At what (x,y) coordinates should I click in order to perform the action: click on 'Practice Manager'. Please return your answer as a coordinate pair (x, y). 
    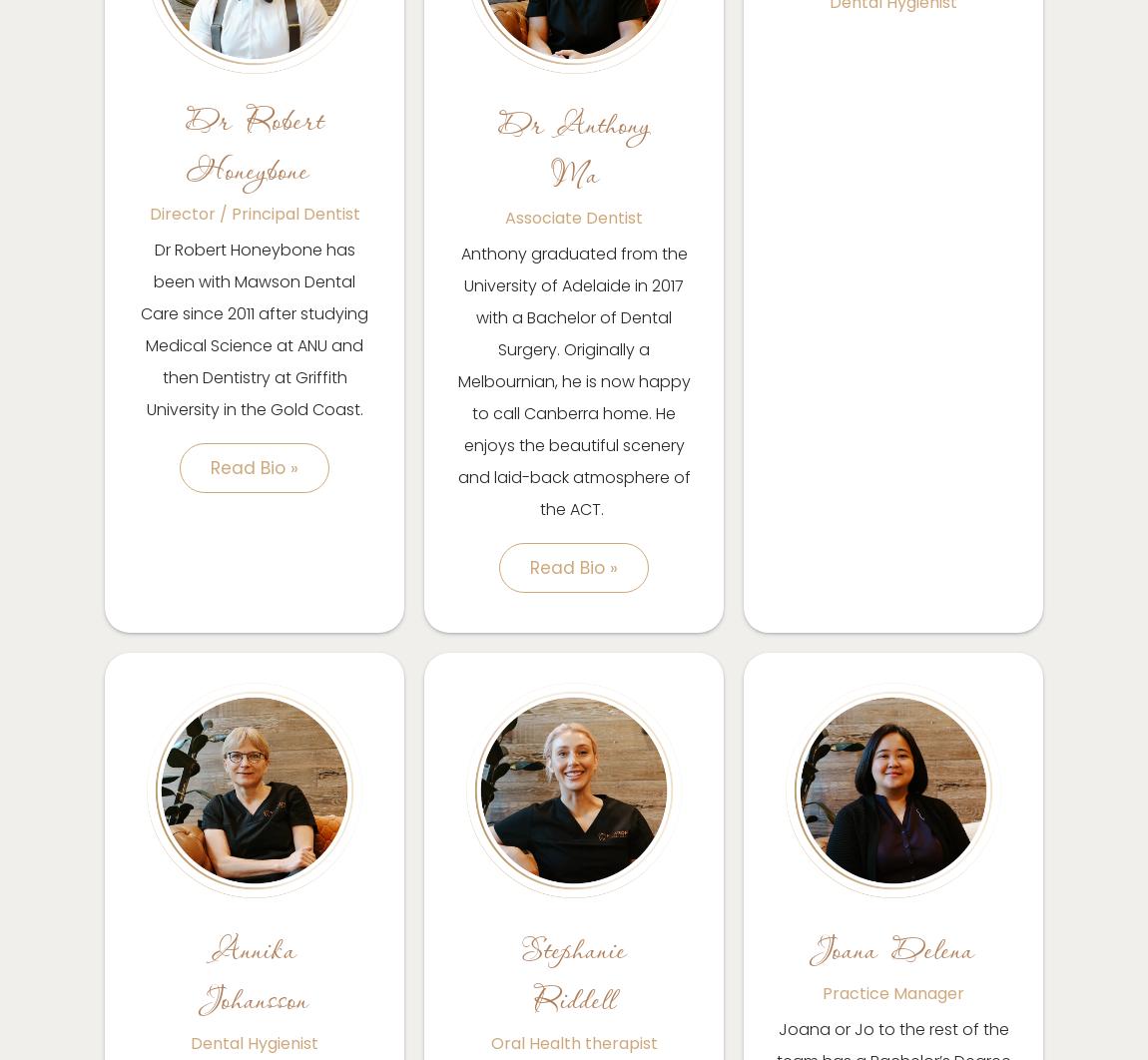
    Looking at the image, I should click on (893, 992).